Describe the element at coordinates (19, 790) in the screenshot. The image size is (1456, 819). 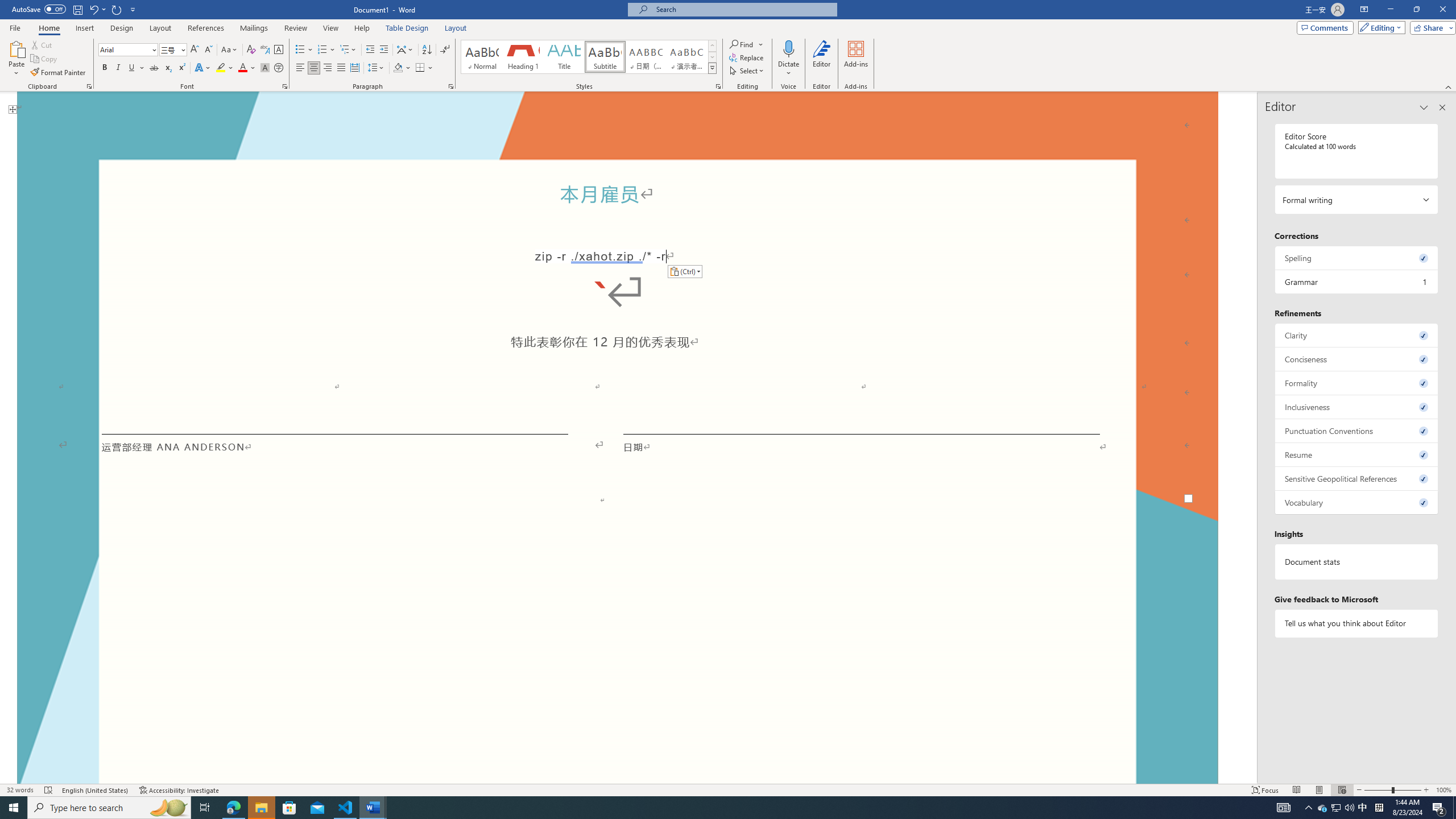
I see `'Word Count 32 words'` at that location.